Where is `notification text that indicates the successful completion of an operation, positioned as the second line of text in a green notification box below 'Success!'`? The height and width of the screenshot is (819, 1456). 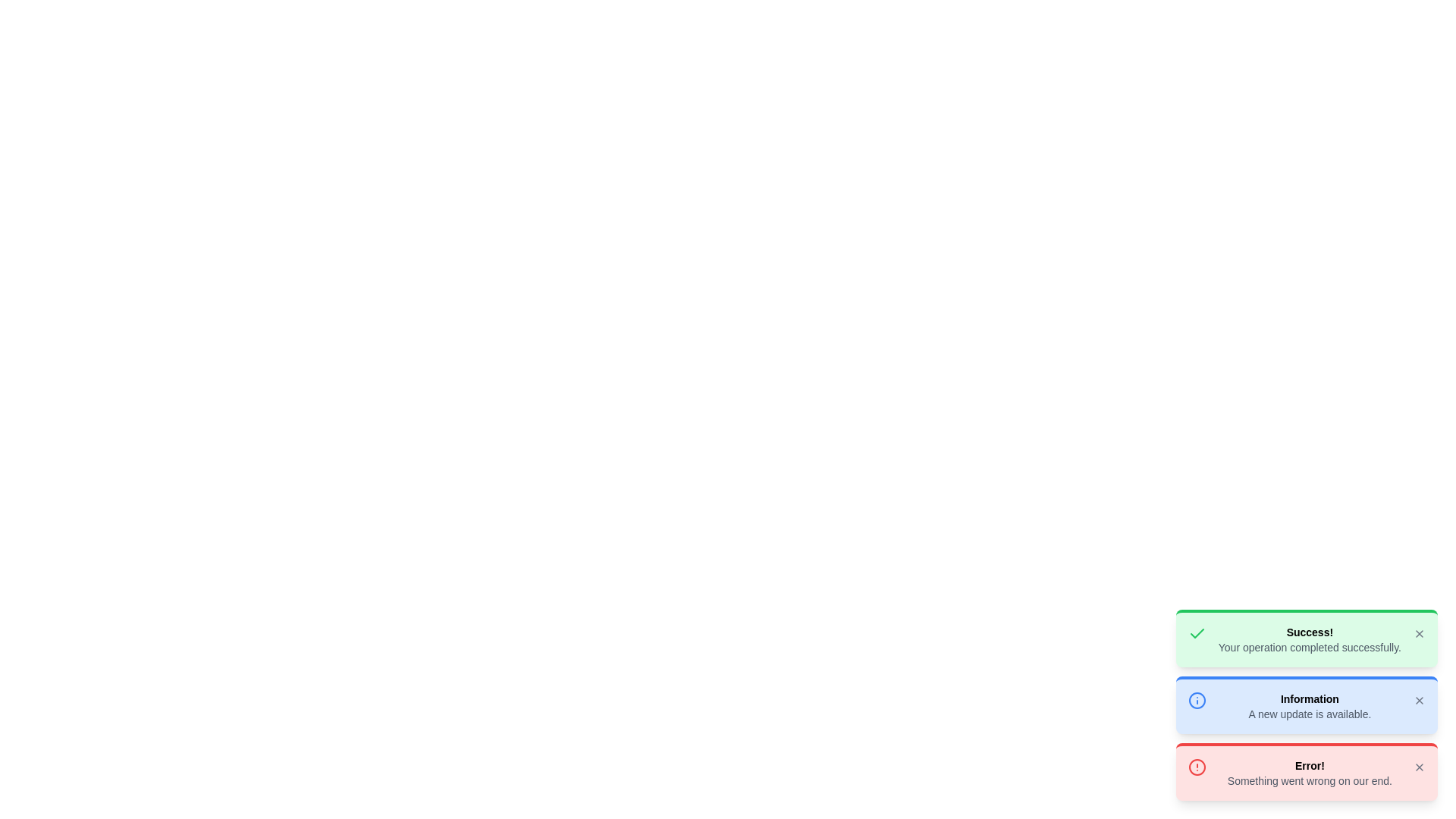
notification text that indicates the successful completion of an operation, positioned as the second line of text in a green notification box below 'Success!' is located at coordinates (1309, 647).